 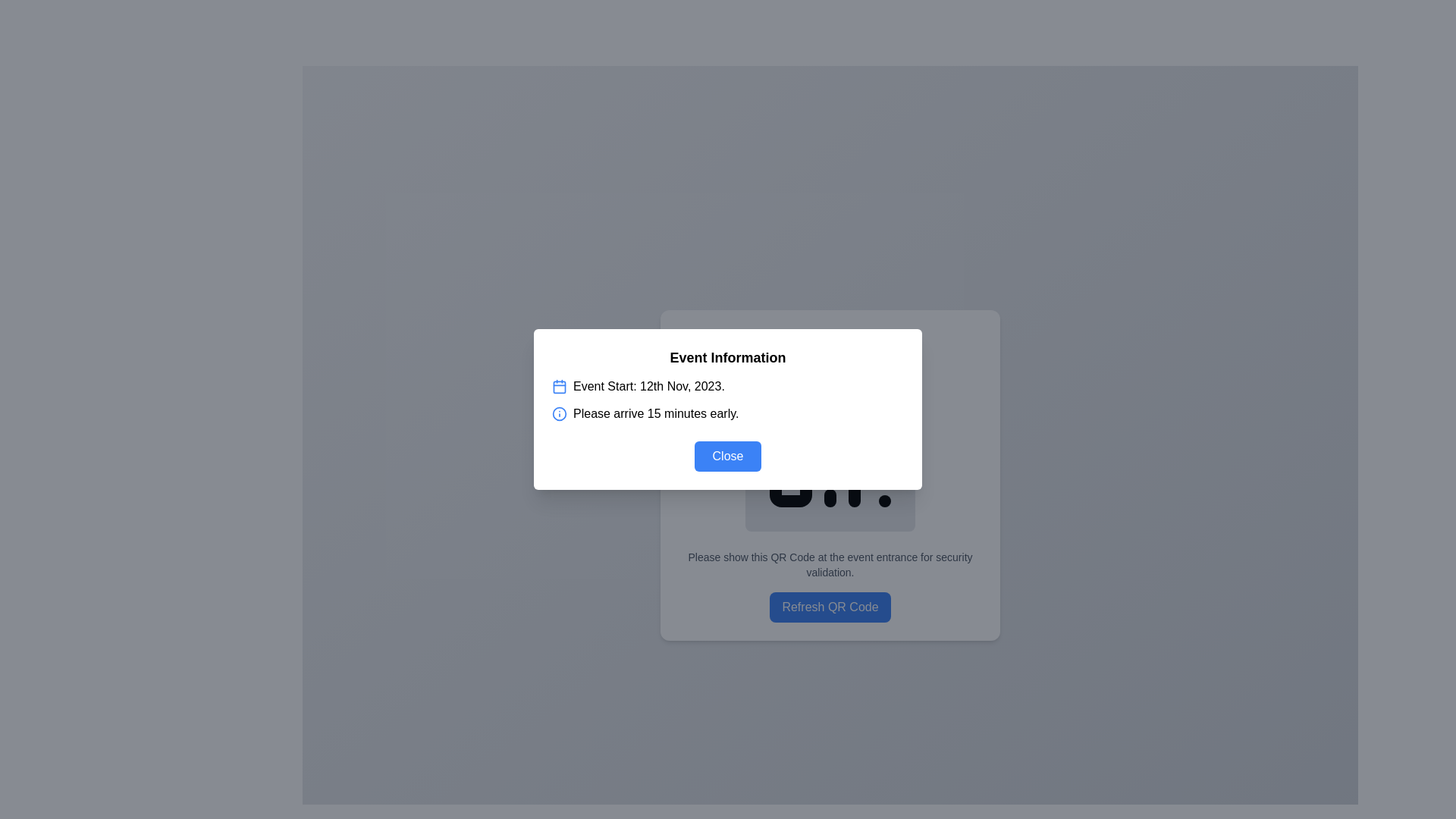 What do you see at coordinates (559, 414) in the screenshot?
I see `the blue circular icon that is part of the information symbol within the modal, positioned to the left of the text stating 'Please arrive 15 minutes early.'` at bounding box center [559, 414].